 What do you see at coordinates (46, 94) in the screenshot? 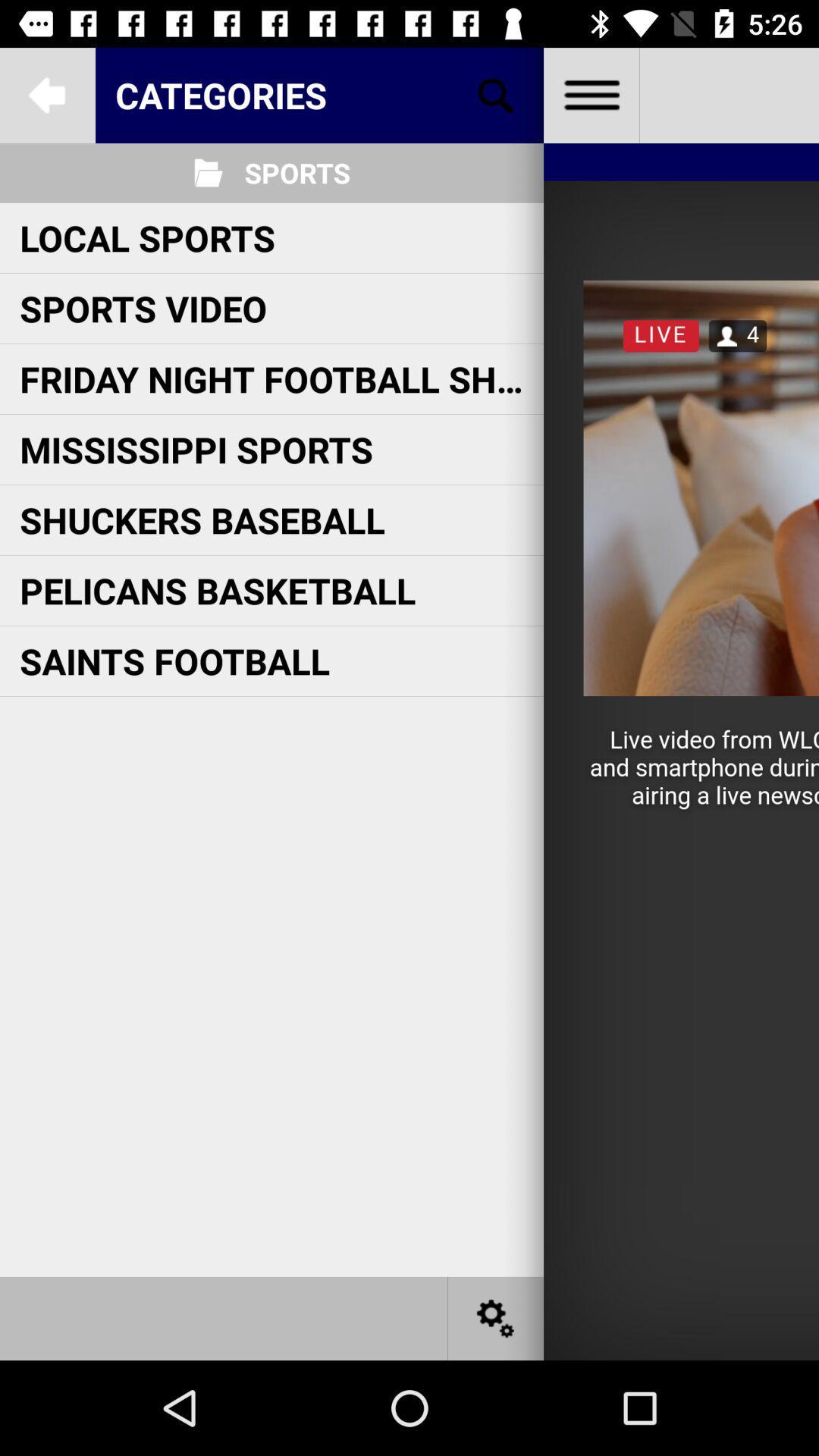
I see `the arrow_backward icon` at bounding box center [46, 94].